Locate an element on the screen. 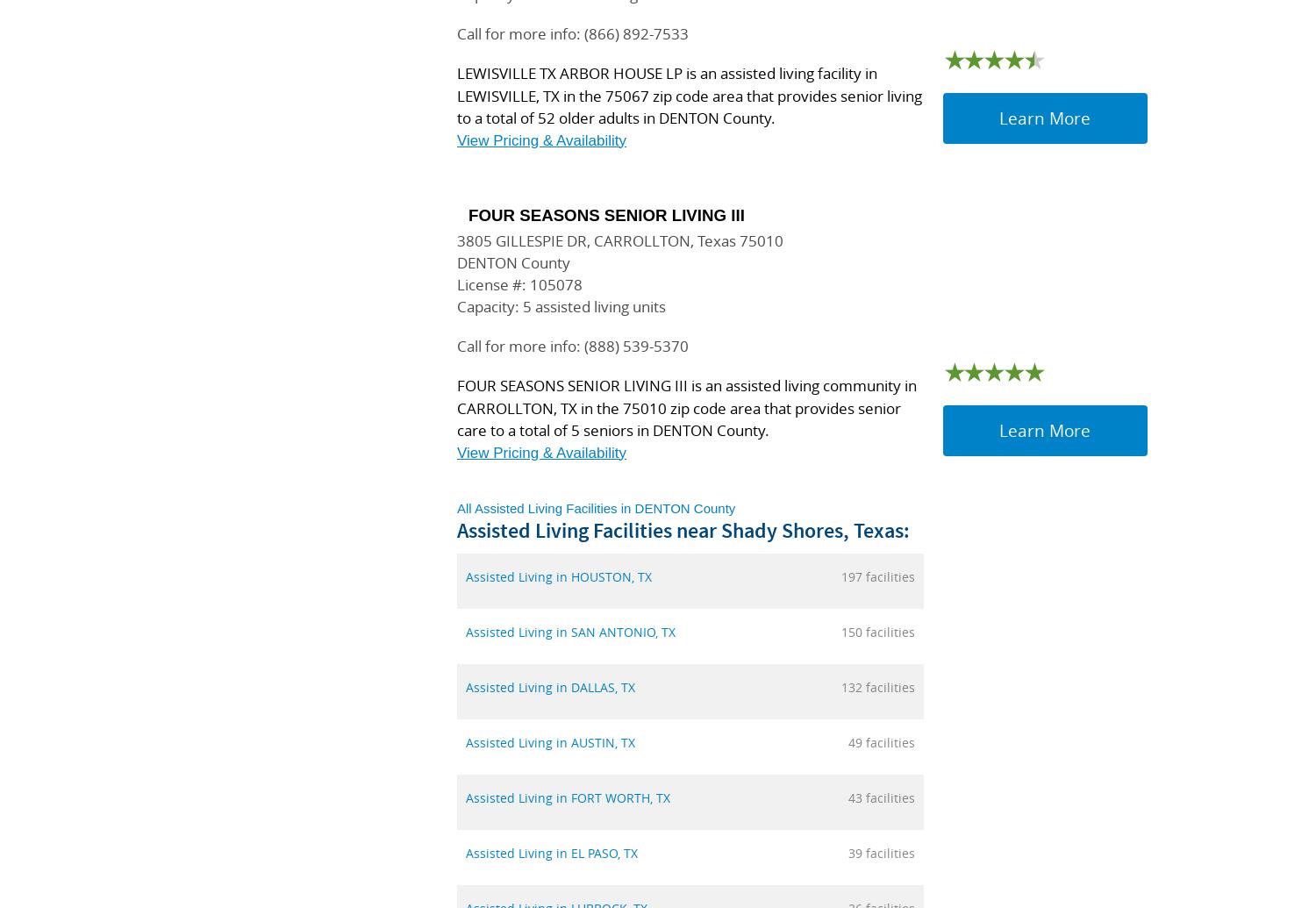 The height and width of the screenshot is (908, 1316). '49 facilities' is located at coordinates (882, 741).